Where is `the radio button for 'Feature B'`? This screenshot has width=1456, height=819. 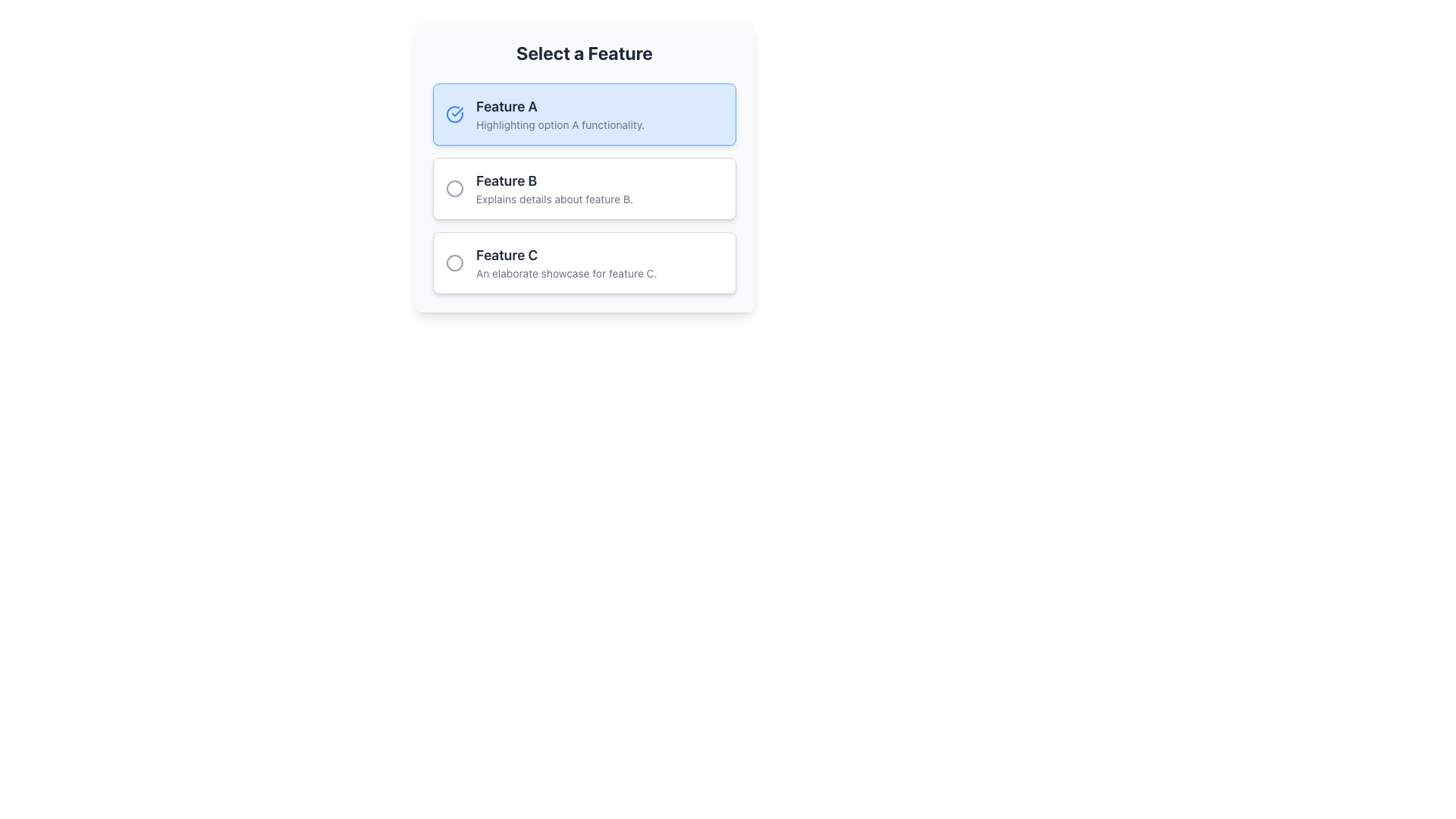 the radio button for 'Feature B' is located at coordinates (454, 188).